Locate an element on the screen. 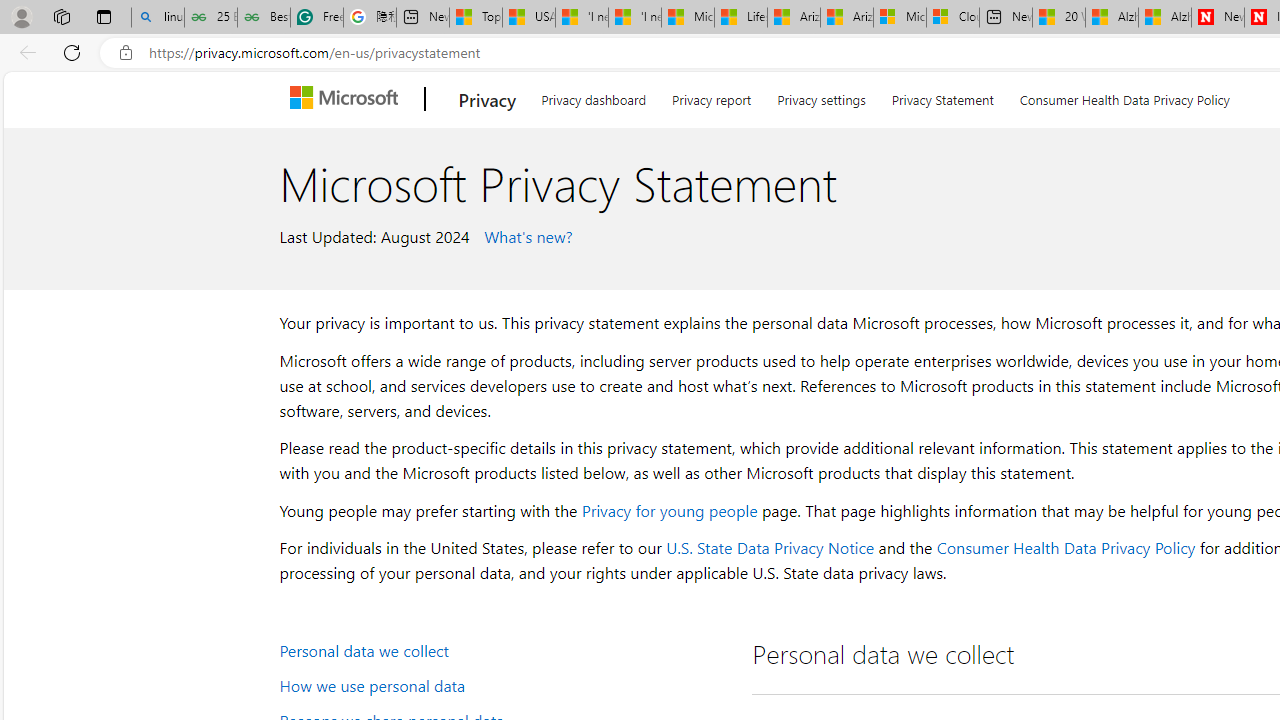 The height and width of the screenshot is (720, 1280). 'Privacy Statement' is located at coordinates (941, 96).